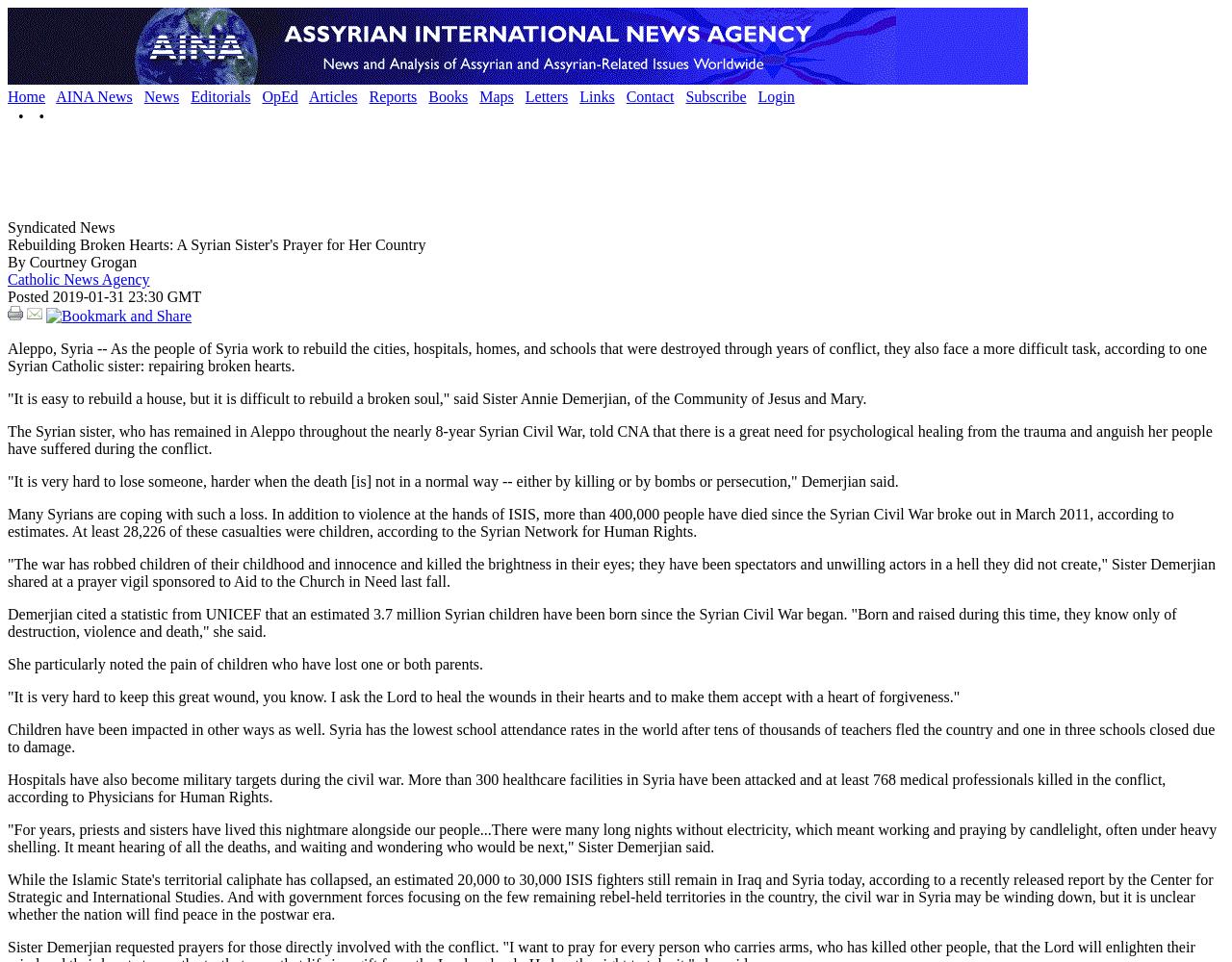  I want to click on 'AINA News', so click(92, 95).